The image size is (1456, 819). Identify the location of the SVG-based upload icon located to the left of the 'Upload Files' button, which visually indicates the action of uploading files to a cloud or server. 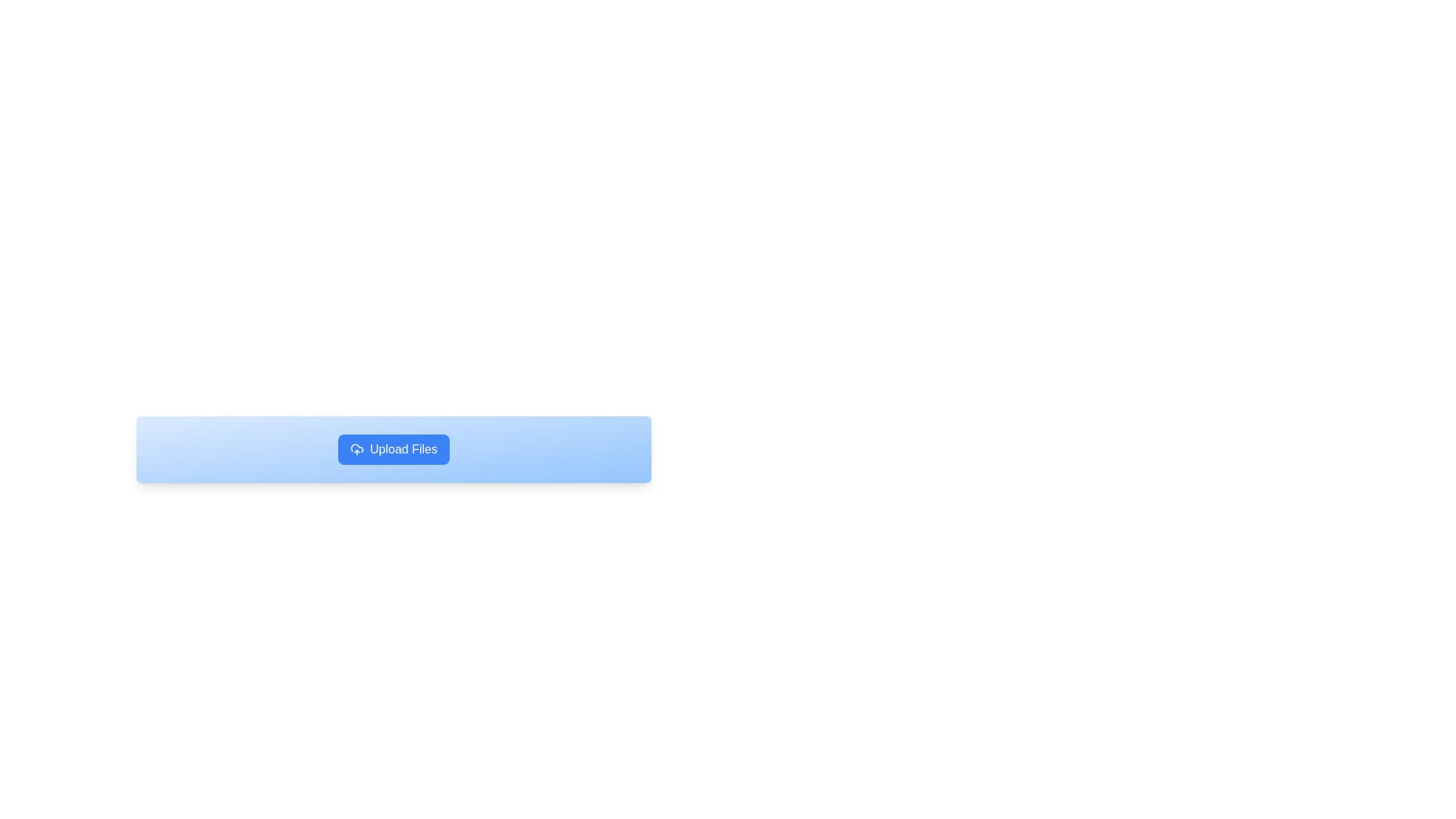
(356, 449).